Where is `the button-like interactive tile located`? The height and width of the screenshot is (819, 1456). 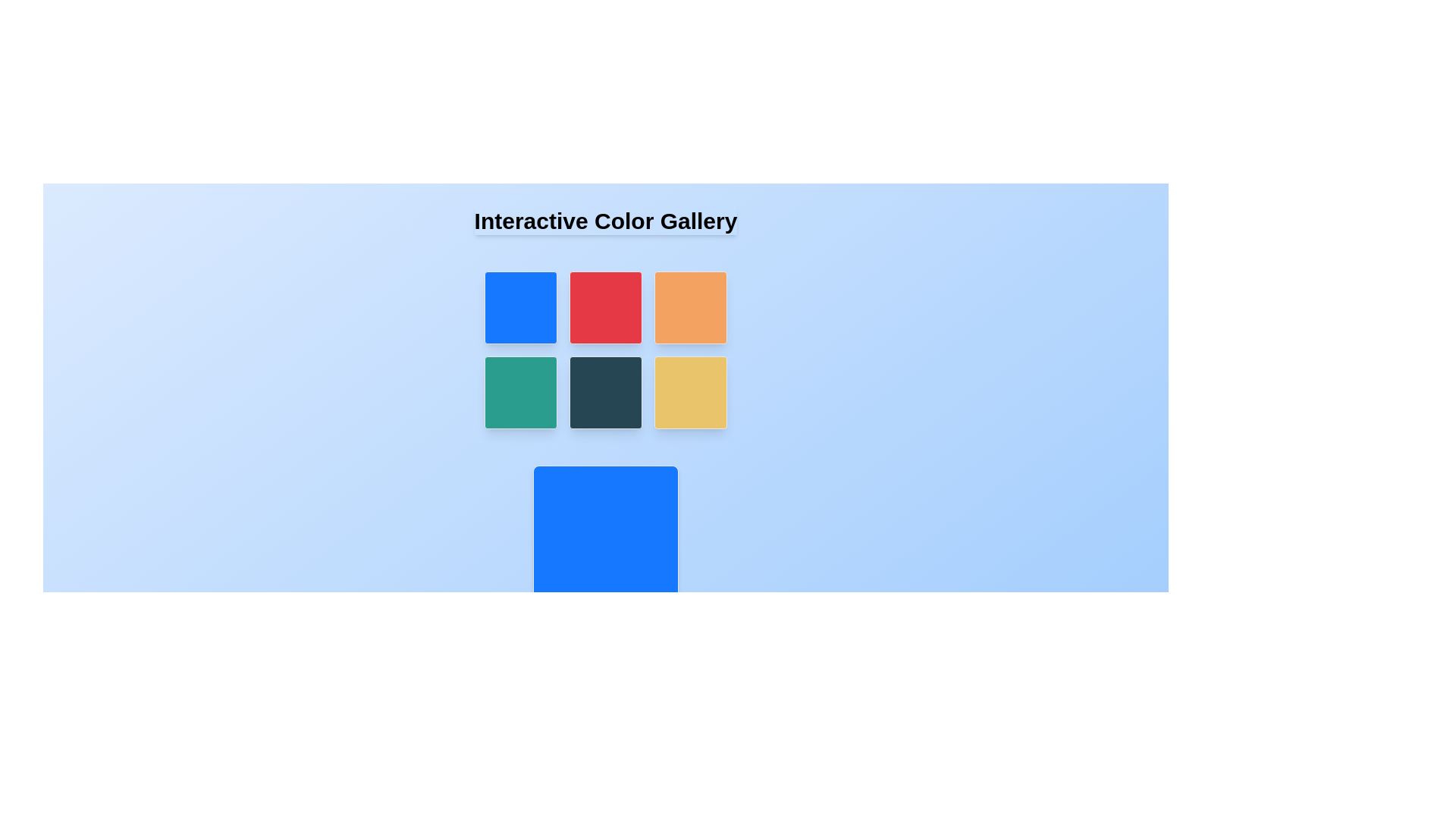
the button-like interactive tile located is located at coordinates (604, 307).